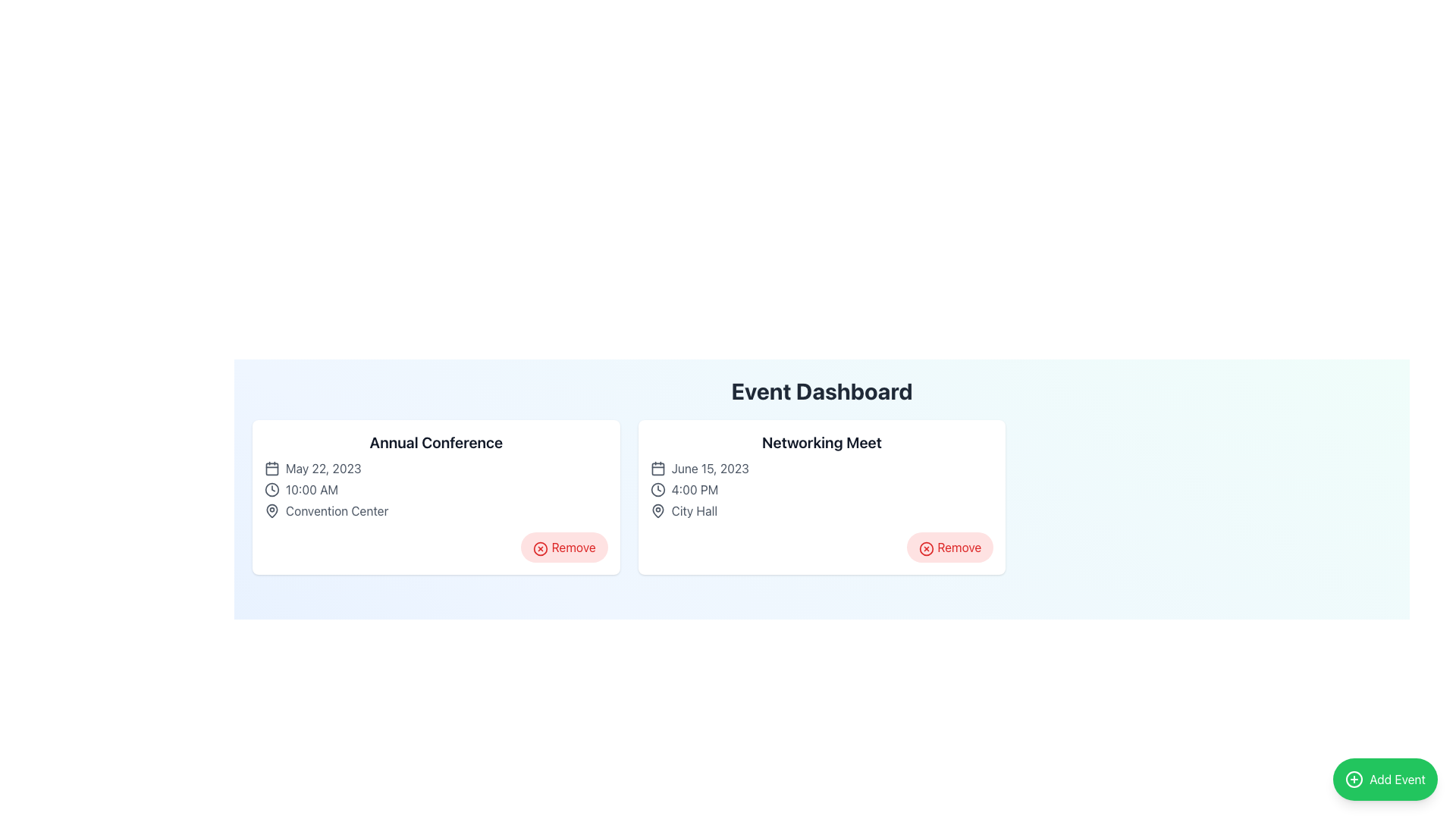 The image size is (1456, 819). What do you see at coordinates (657, 511) in the screenshot?
I see `the location icon adjacent to the text 'City Hall' in the 'Networking Meet' event card on the event dashboard` at bounding box center [657, 511].